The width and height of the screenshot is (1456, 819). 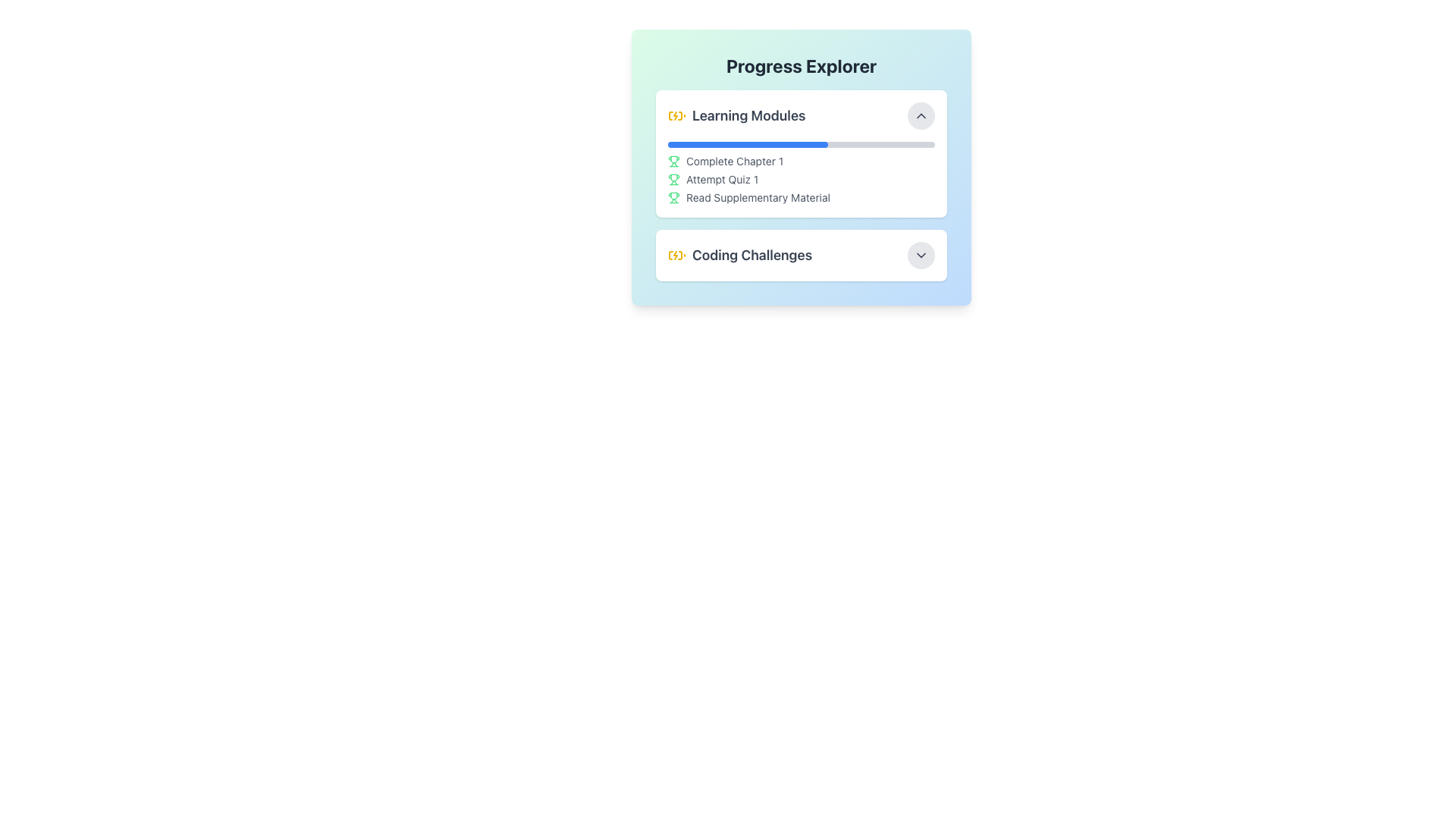 What do you see at coordinates (920, 254) in the screenshot?
I see `the dropdown toggle button located at the rightmost end of the 'Coding Challenges' section` at bounding box center [920, 254].